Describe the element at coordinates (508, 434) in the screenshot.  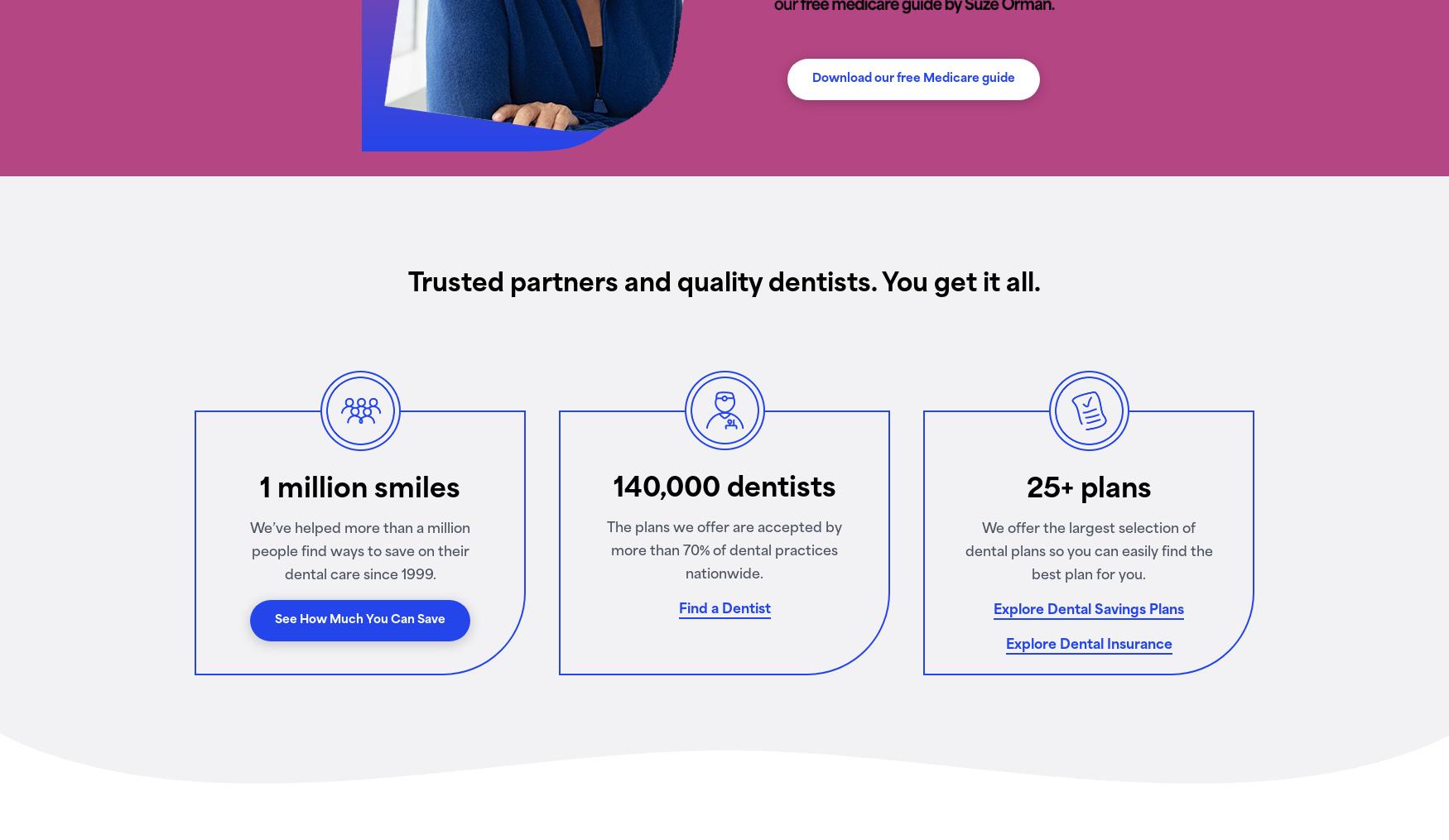
I see `'Group/Business Dental'` at that location.